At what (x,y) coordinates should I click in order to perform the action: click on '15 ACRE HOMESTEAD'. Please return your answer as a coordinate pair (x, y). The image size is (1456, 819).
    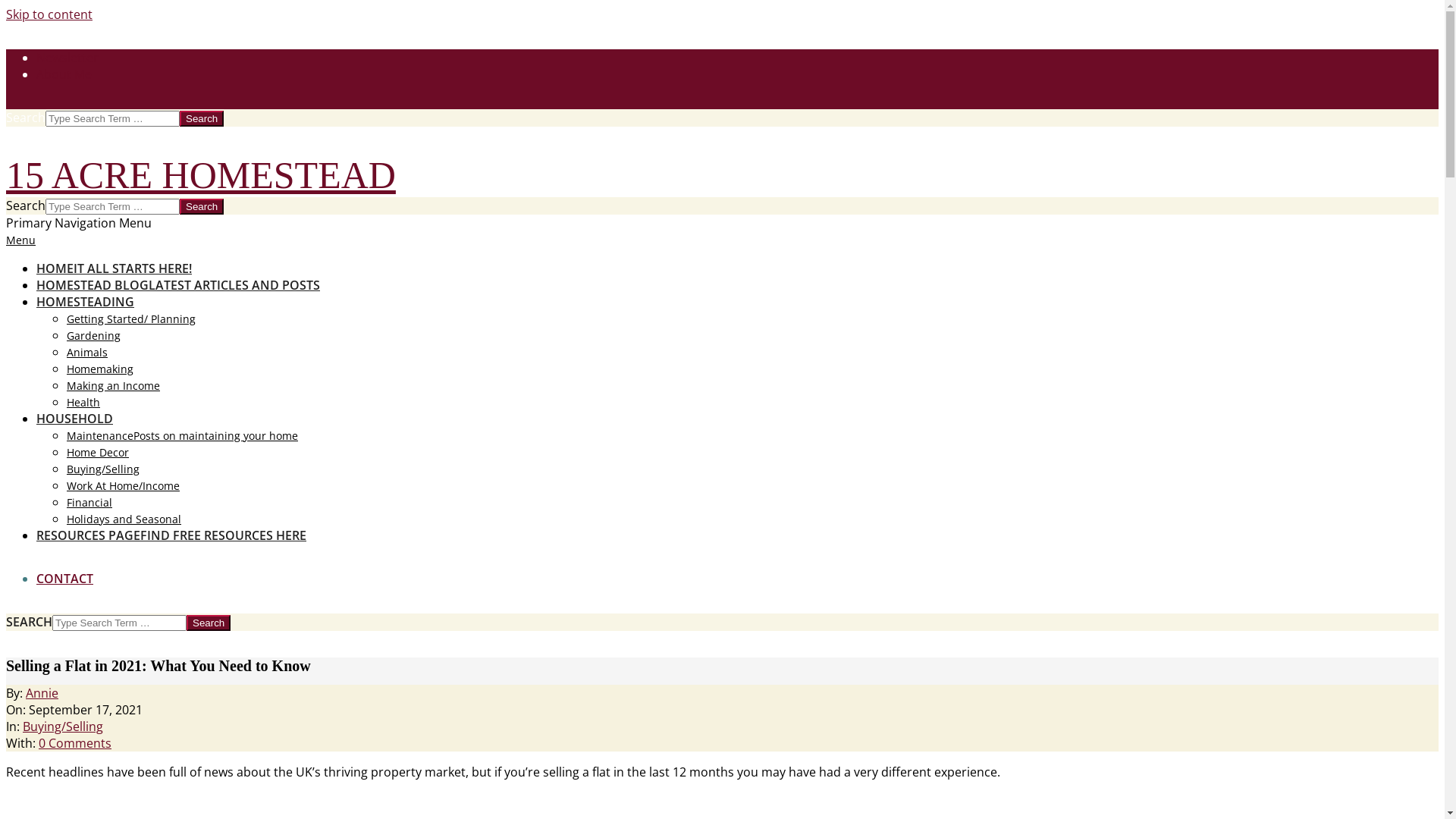
    Looking at the image, I should click on (199, 174).